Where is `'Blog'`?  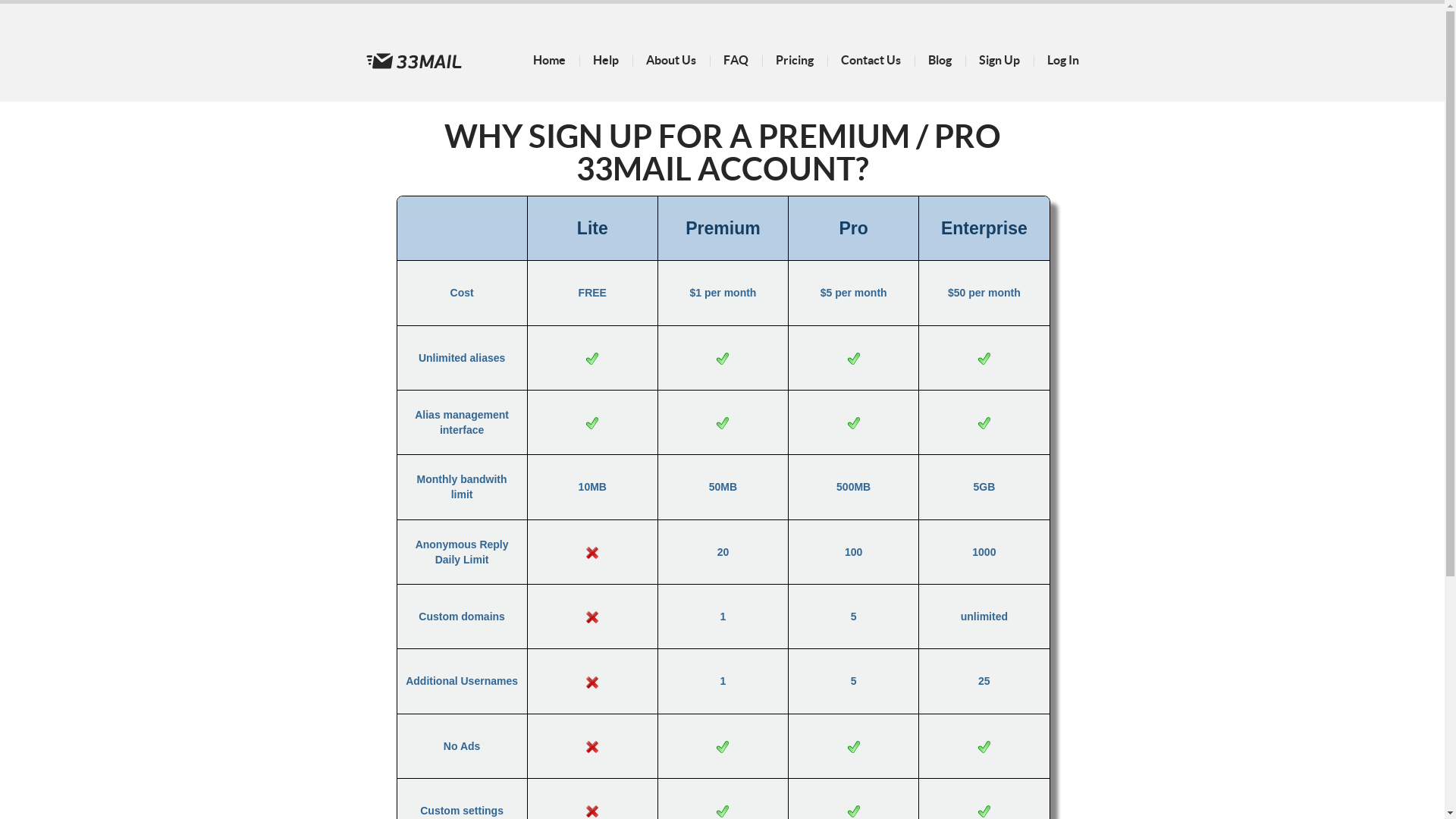 'Blog' is located at coordinates (939, 58).